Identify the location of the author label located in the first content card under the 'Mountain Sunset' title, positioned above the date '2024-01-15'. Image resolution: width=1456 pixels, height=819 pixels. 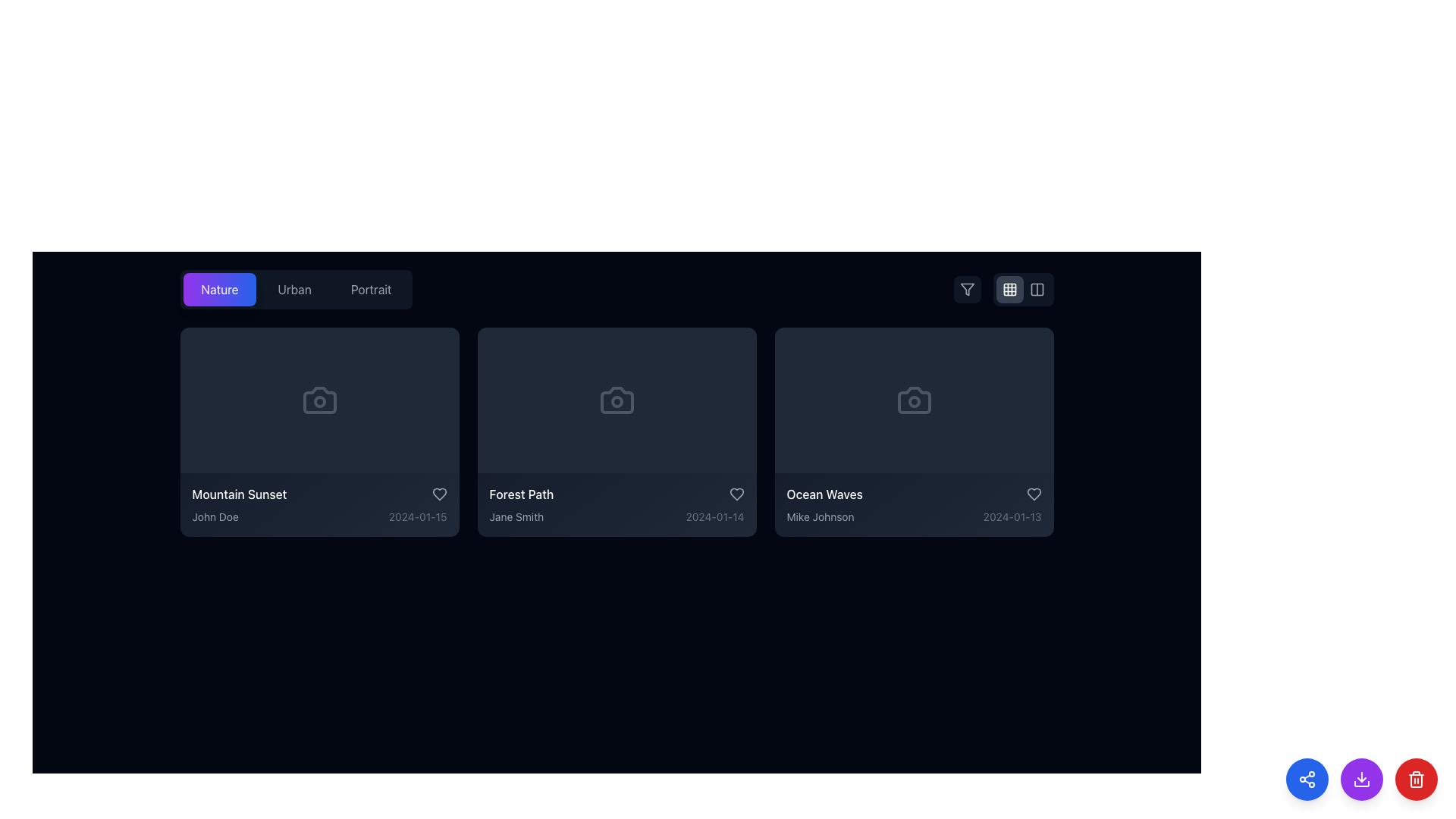
(215, 516).